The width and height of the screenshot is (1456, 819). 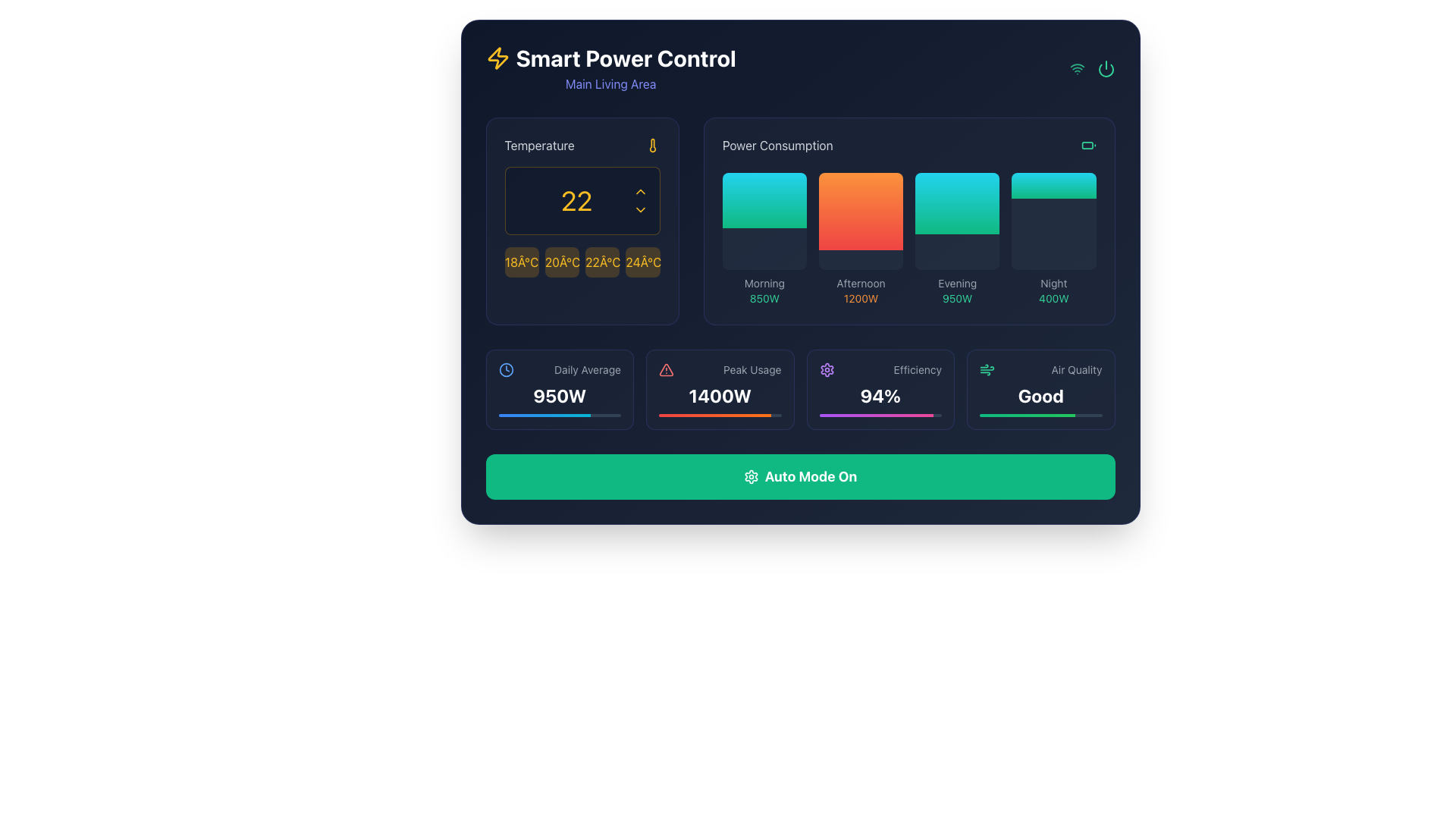 What do you see at coordinates (719, 394) in the screenshot?
I see `the text display that shows the peak power consumption in watts, which is centrally located in the 'Peak Usage' section, next to a warning icon and below the label 'Peak Usage'` at bounding box center [719, 394].